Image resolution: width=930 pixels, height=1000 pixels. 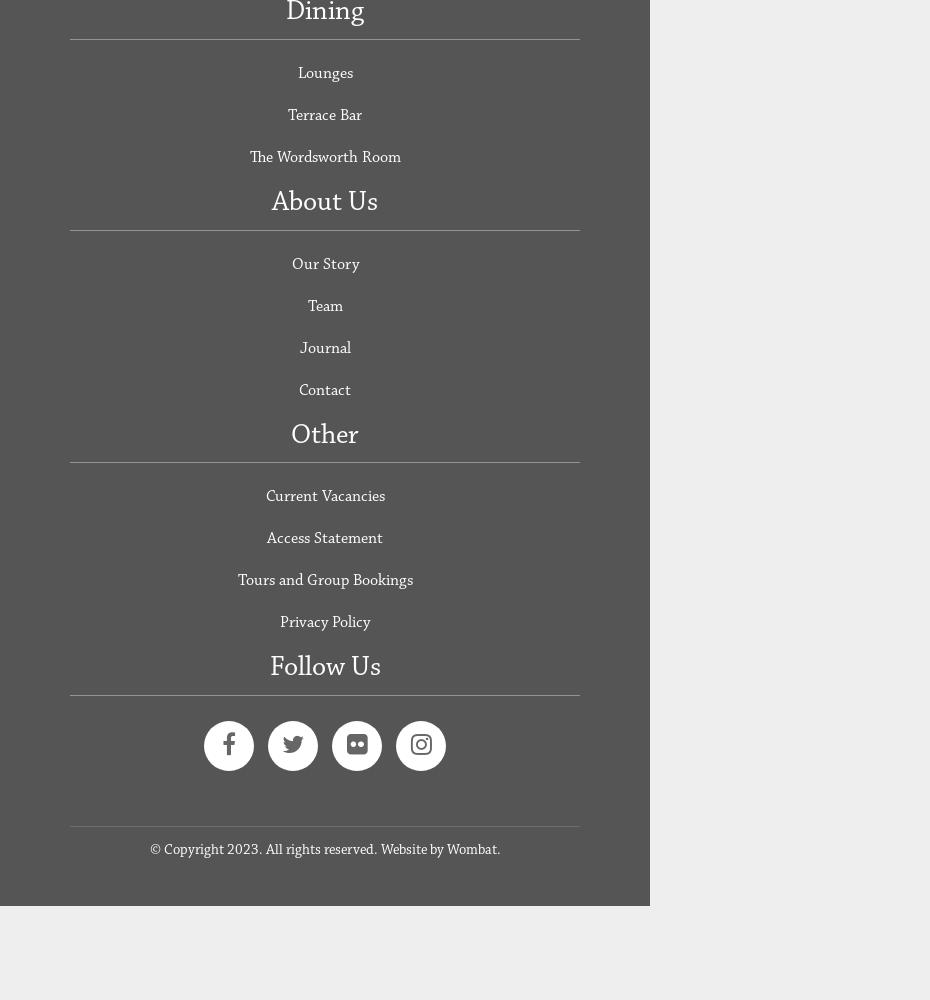 I want to click on 'Follow Us', so click(x=323, y=667).